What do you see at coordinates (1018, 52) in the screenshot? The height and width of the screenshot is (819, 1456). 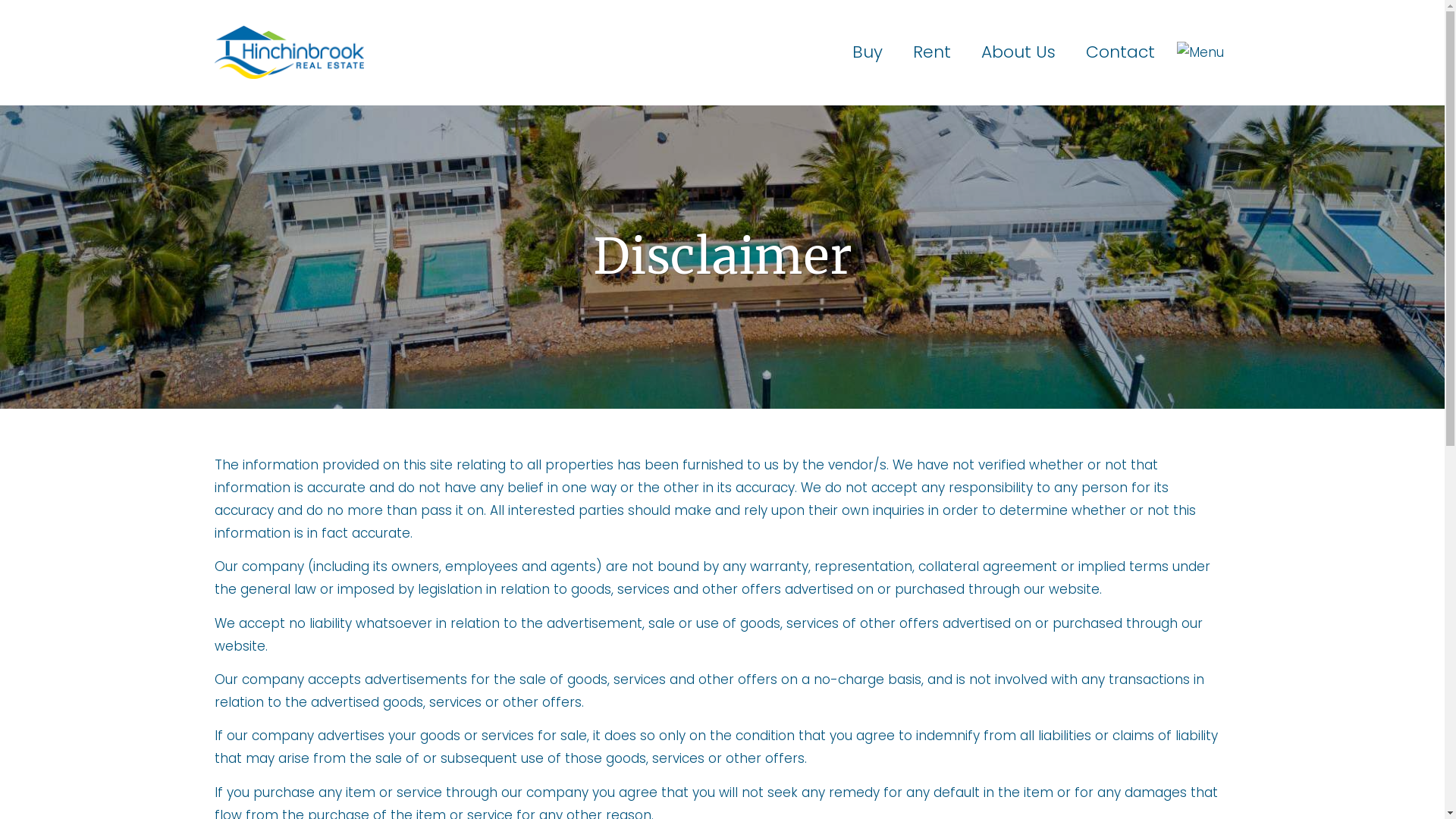 I see `'About Us'` at bounding box center [1018, 52].